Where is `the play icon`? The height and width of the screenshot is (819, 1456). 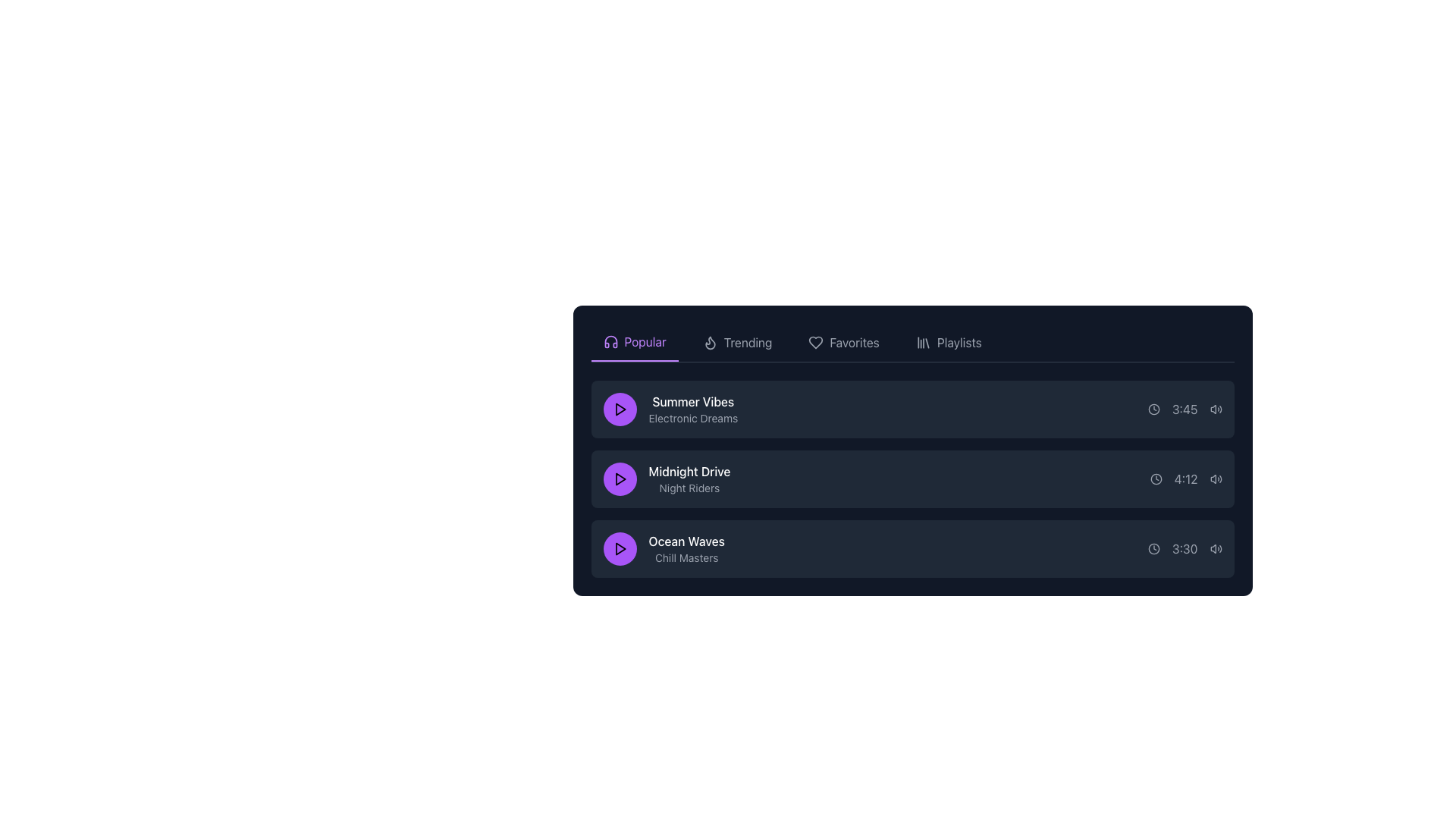
the play icon is located at coordinates (620, 549).